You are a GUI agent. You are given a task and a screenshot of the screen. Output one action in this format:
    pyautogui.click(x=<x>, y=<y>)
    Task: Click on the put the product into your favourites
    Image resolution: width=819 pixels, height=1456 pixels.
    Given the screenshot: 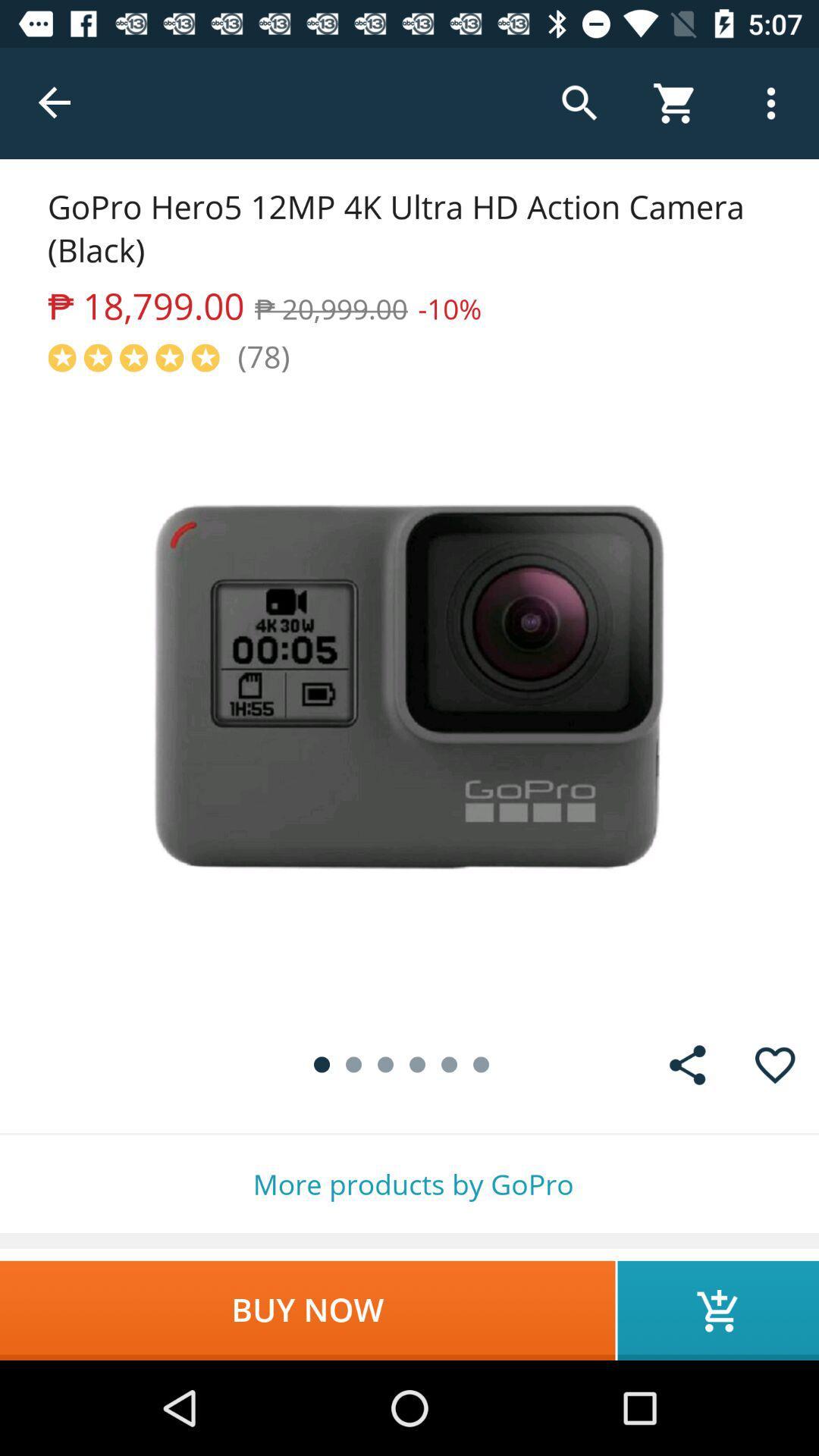 What is the action you would take?
    pyautogui.click(x=775, y=1064)
    